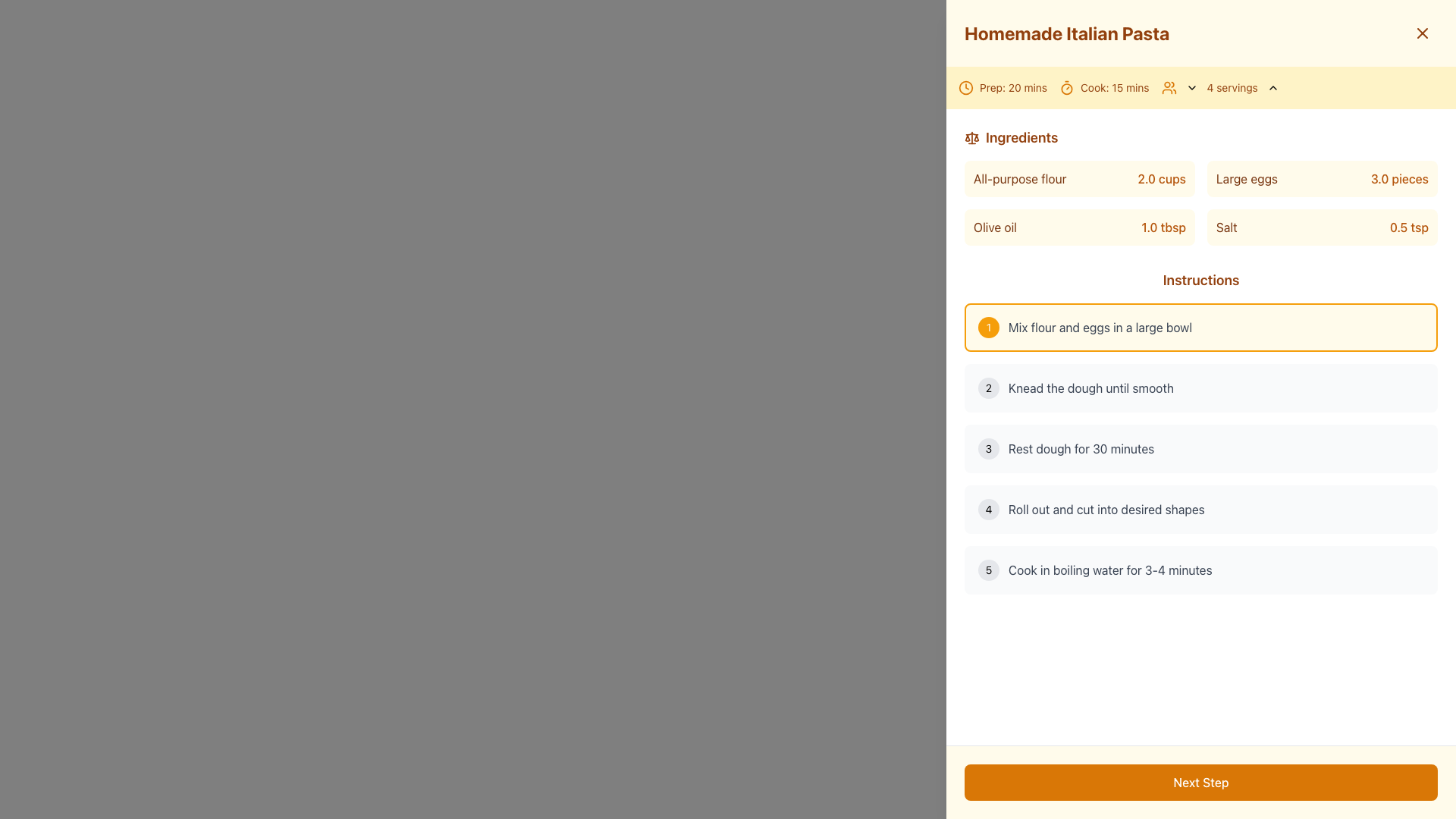 The height and width of the screenshot is (819, 1456). I want to click on the second step indicator in the 'Instructions' section of the recipe interface to focus on this step, so click(989, 388).